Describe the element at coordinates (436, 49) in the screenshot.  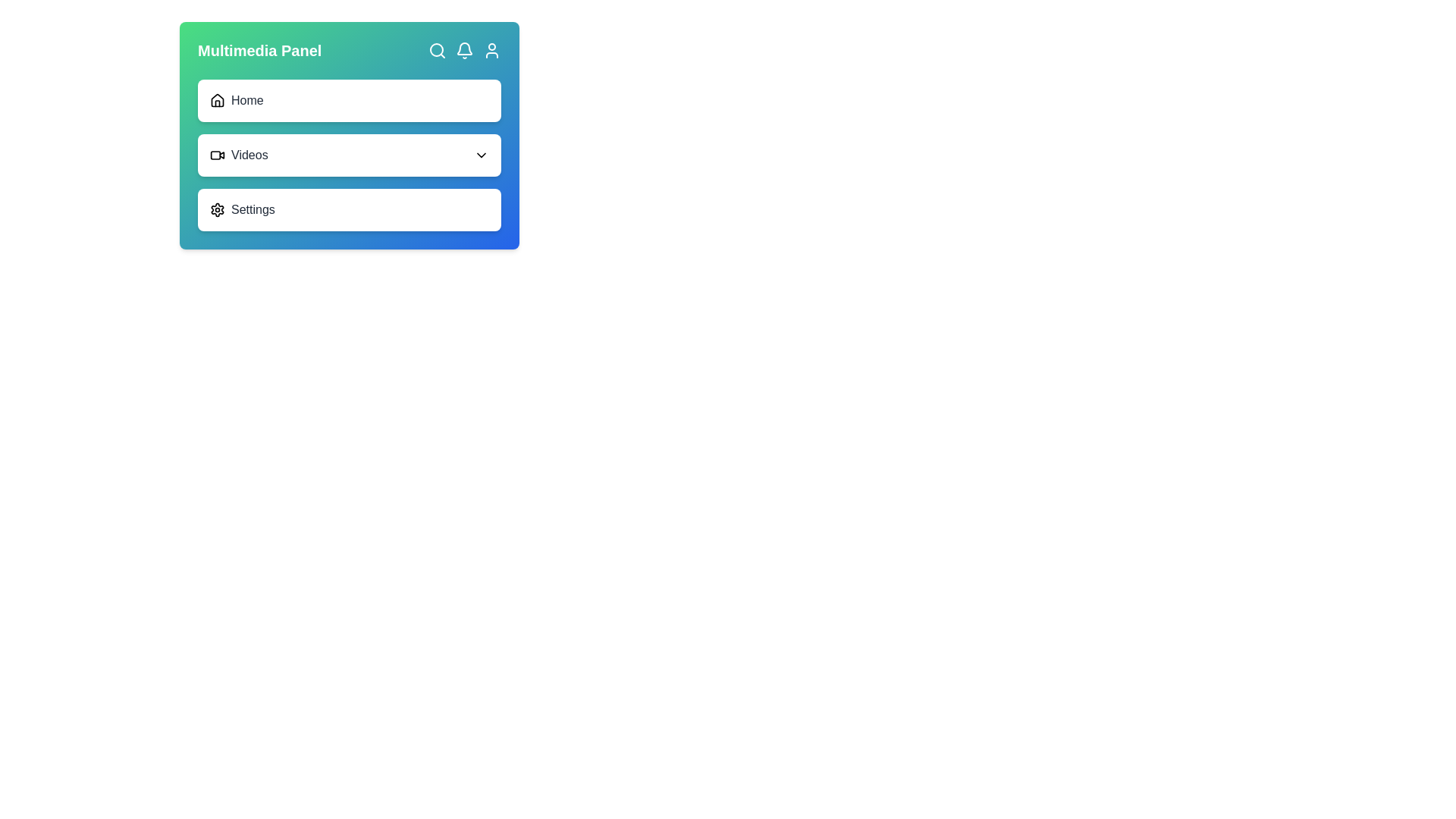
I see `the search icon button located in the top-right section of the interface, next to the bell icon` at that location.